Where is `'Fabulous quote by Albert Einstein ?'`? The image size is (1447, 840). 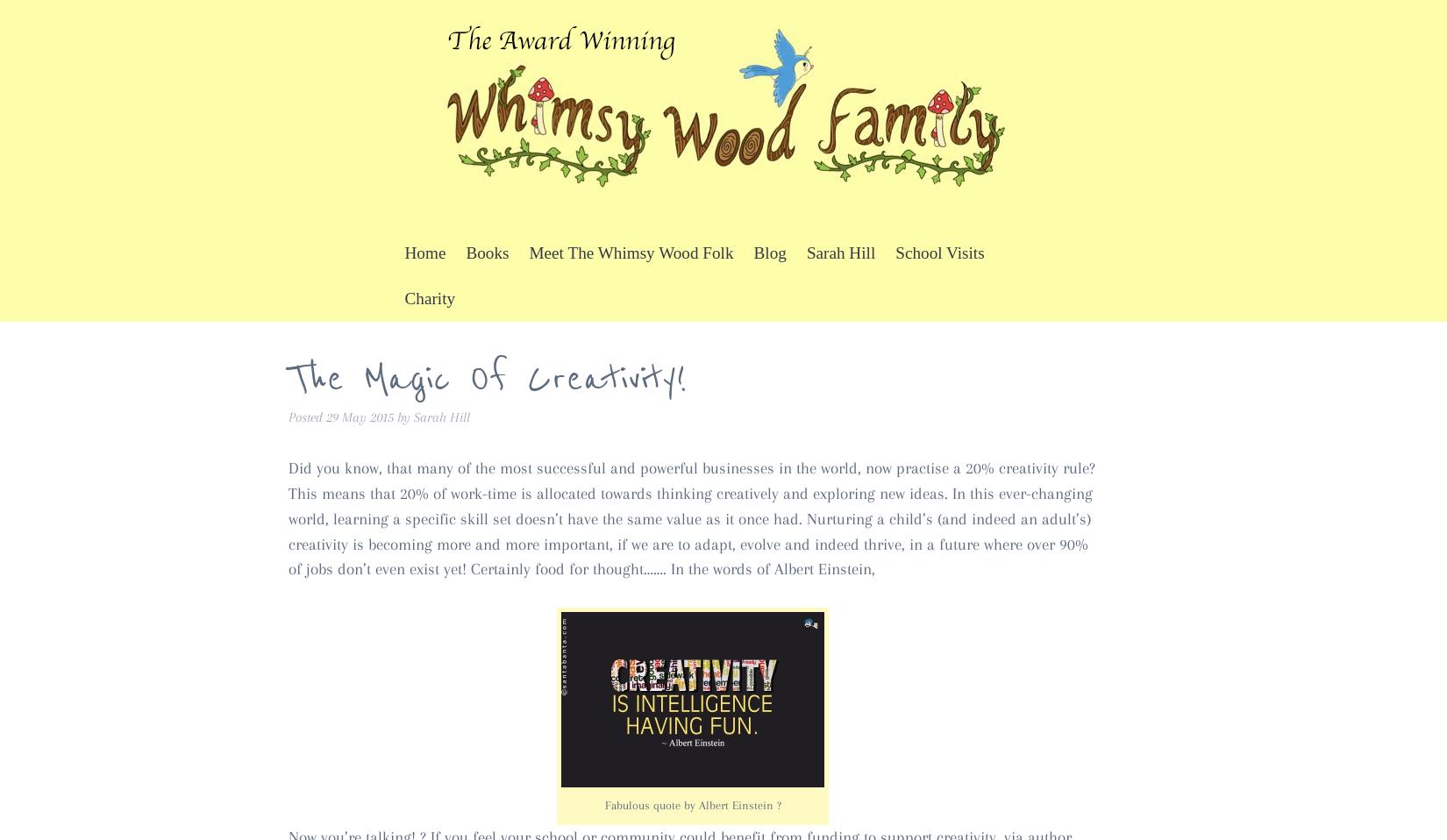
'Fabulous quote by Albert Einstein ?' is located at coordinates (691, 804).